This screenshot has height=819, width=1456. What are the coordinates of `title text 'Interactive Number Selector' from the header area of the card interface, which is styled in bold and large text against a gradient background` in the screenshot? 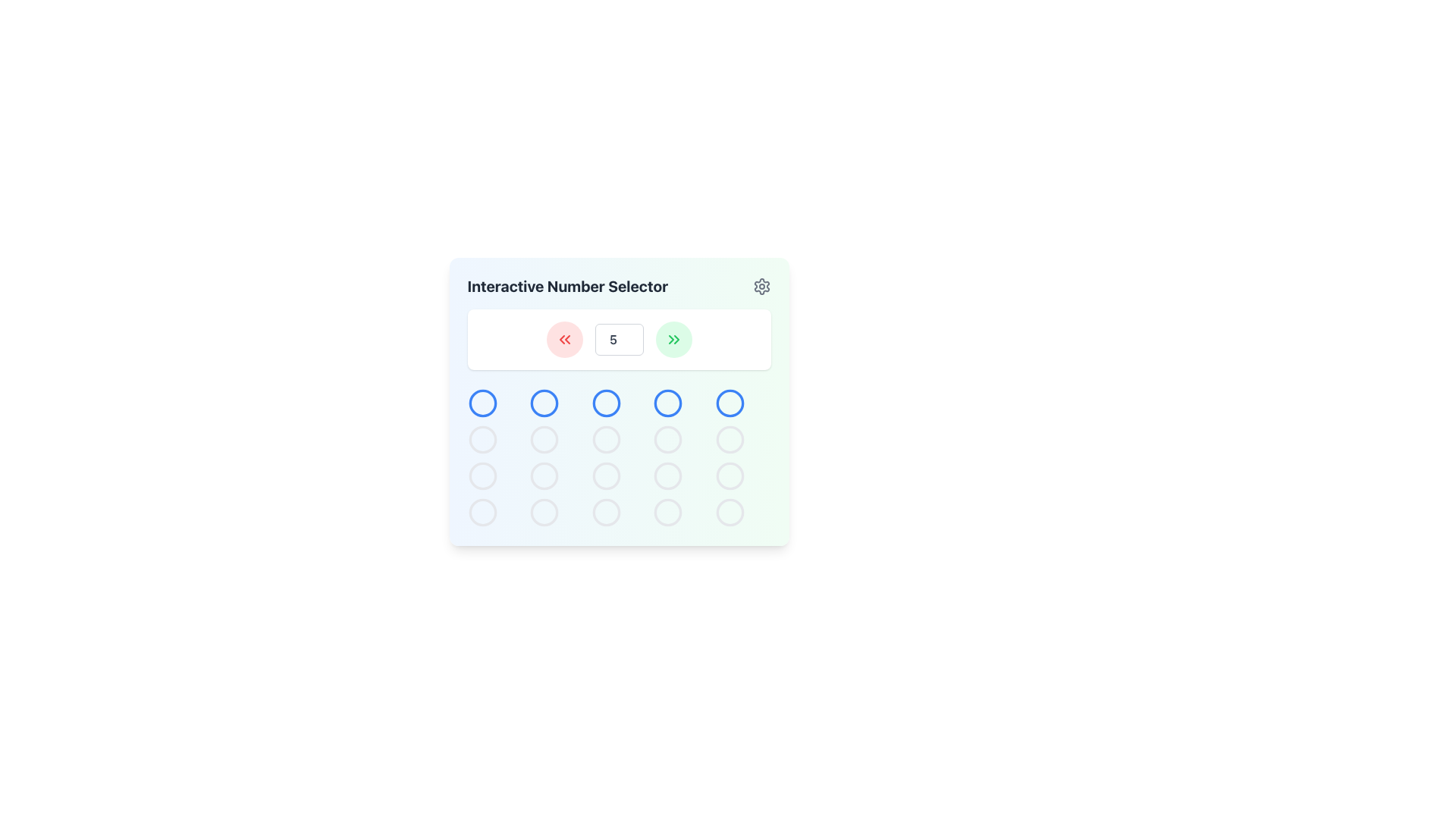 It's located at (619, 287).